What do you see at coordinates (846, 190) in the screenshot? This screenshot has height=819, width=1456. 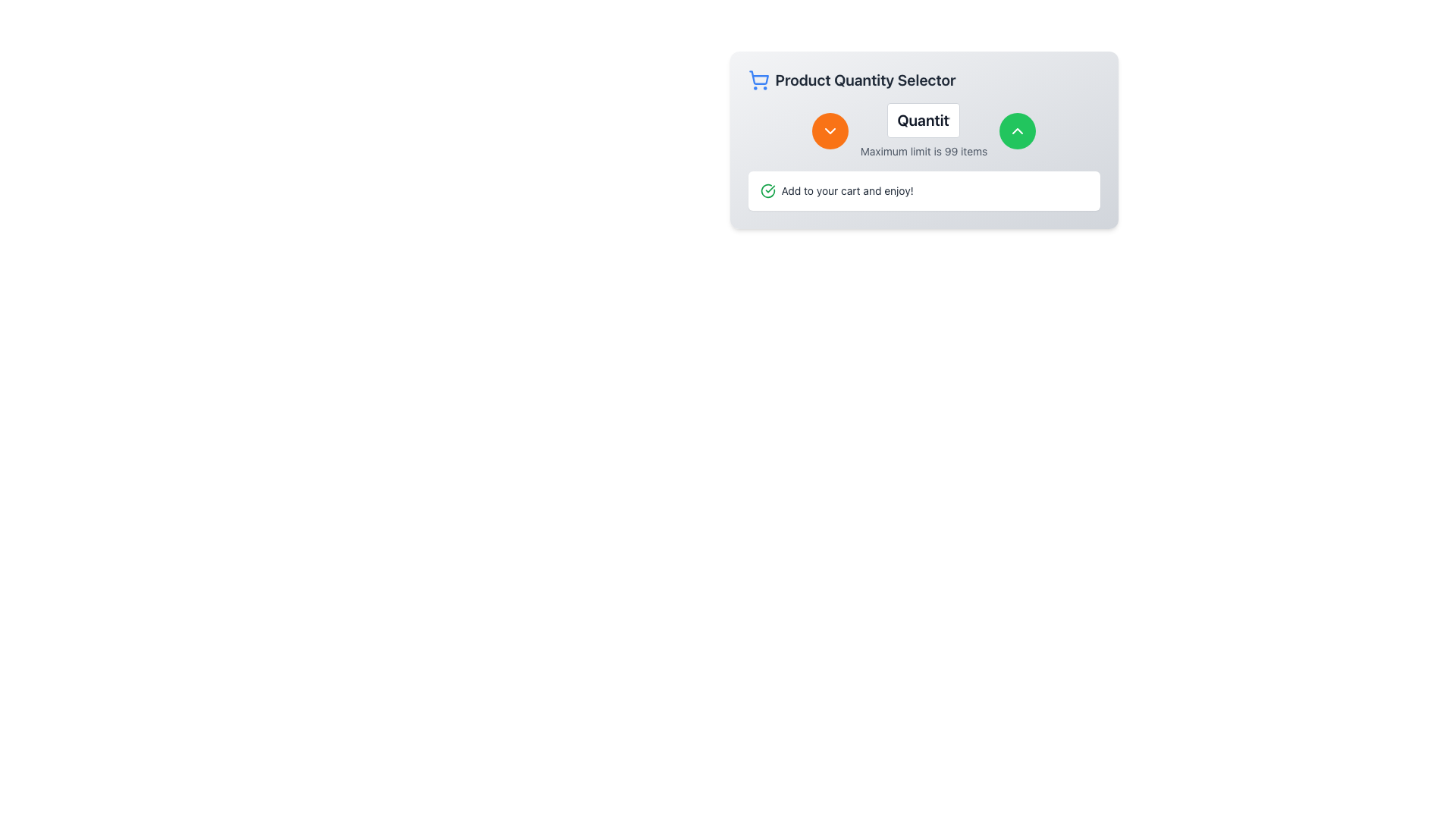 I see `informational message displayed in the text label located to the right of the green circular checkmark icon` at bounding box center [846, 190].